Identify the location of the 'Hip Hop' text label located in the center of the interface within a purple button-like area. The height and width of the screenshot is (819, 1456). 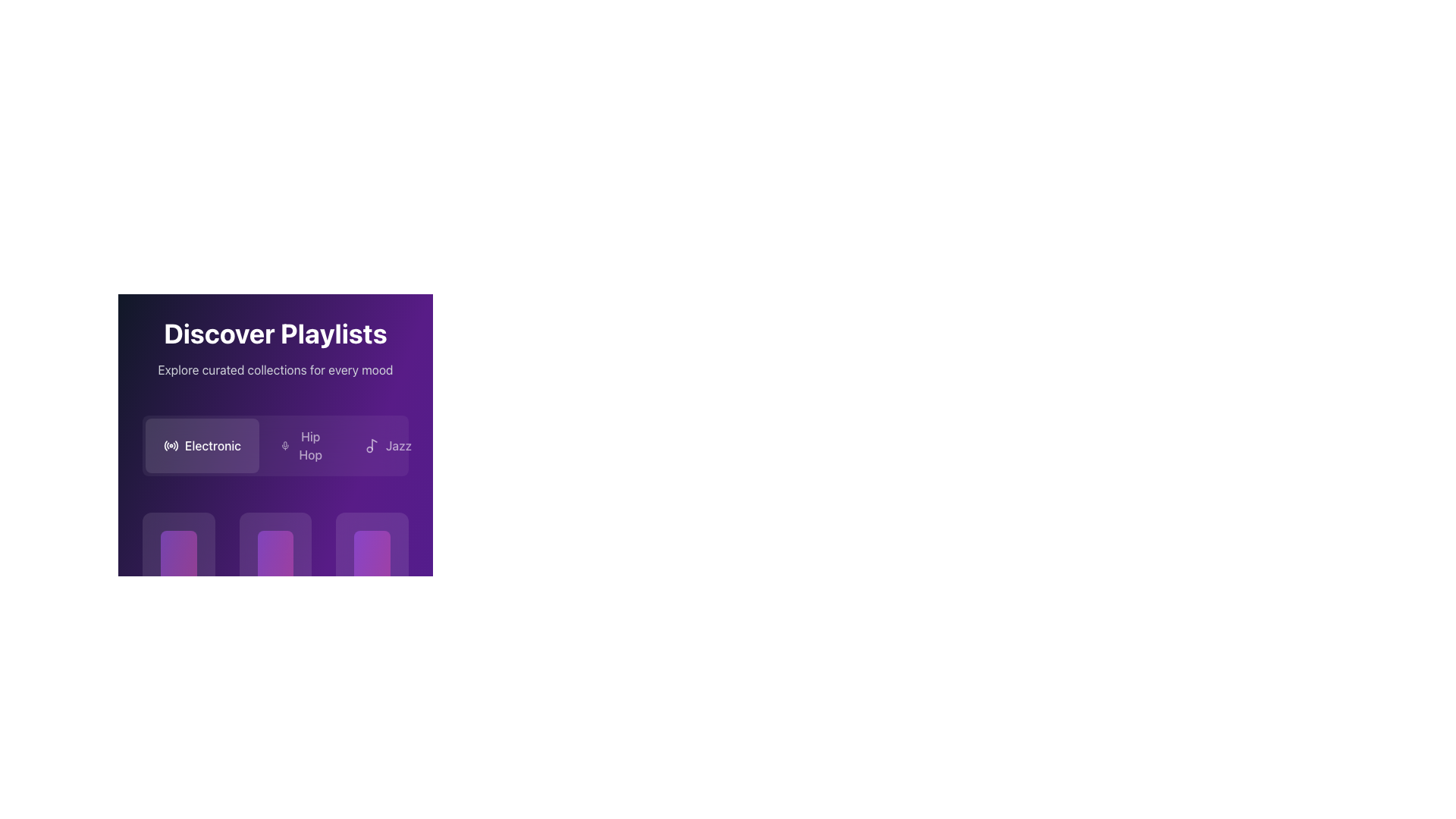
(309, 444).